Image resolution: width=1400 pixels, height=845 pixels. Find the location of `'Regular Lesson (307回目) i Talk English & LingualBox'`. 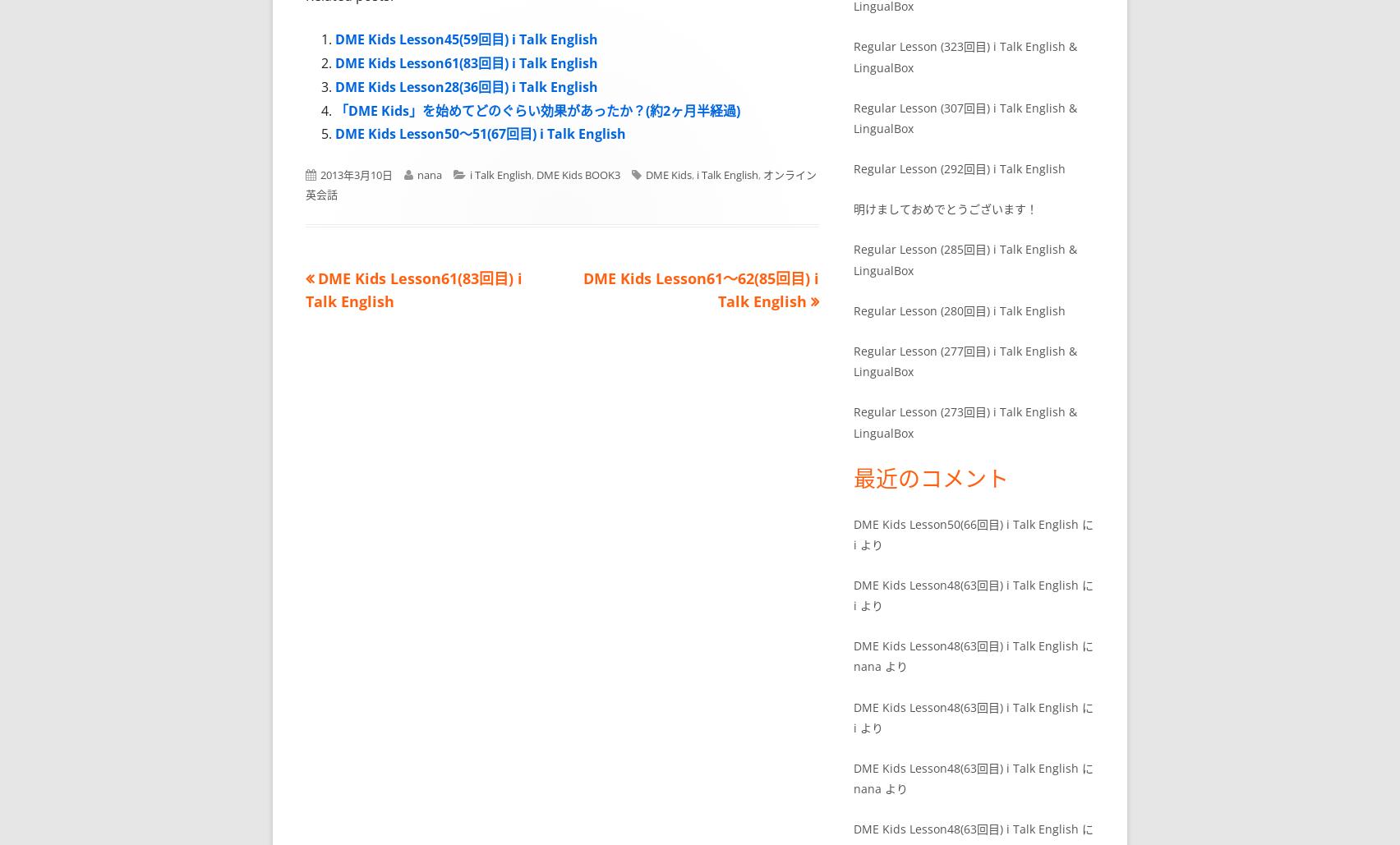

'Regular Lesson (307回目) i Talk English & LingualBox' is located at coordinates (965, 117).